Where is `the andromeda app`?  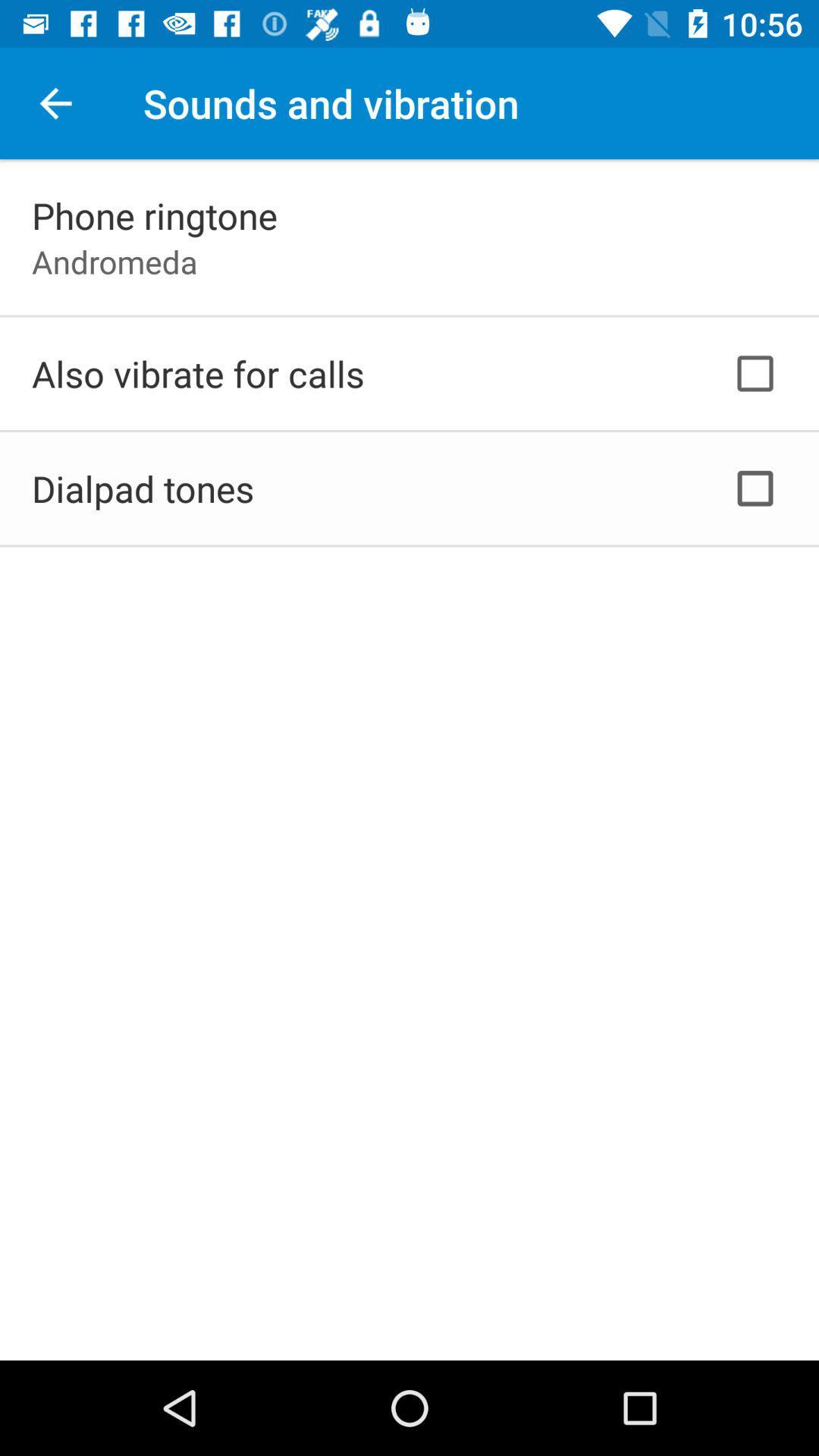 the andromeda app is located at coordinates (114, 262).